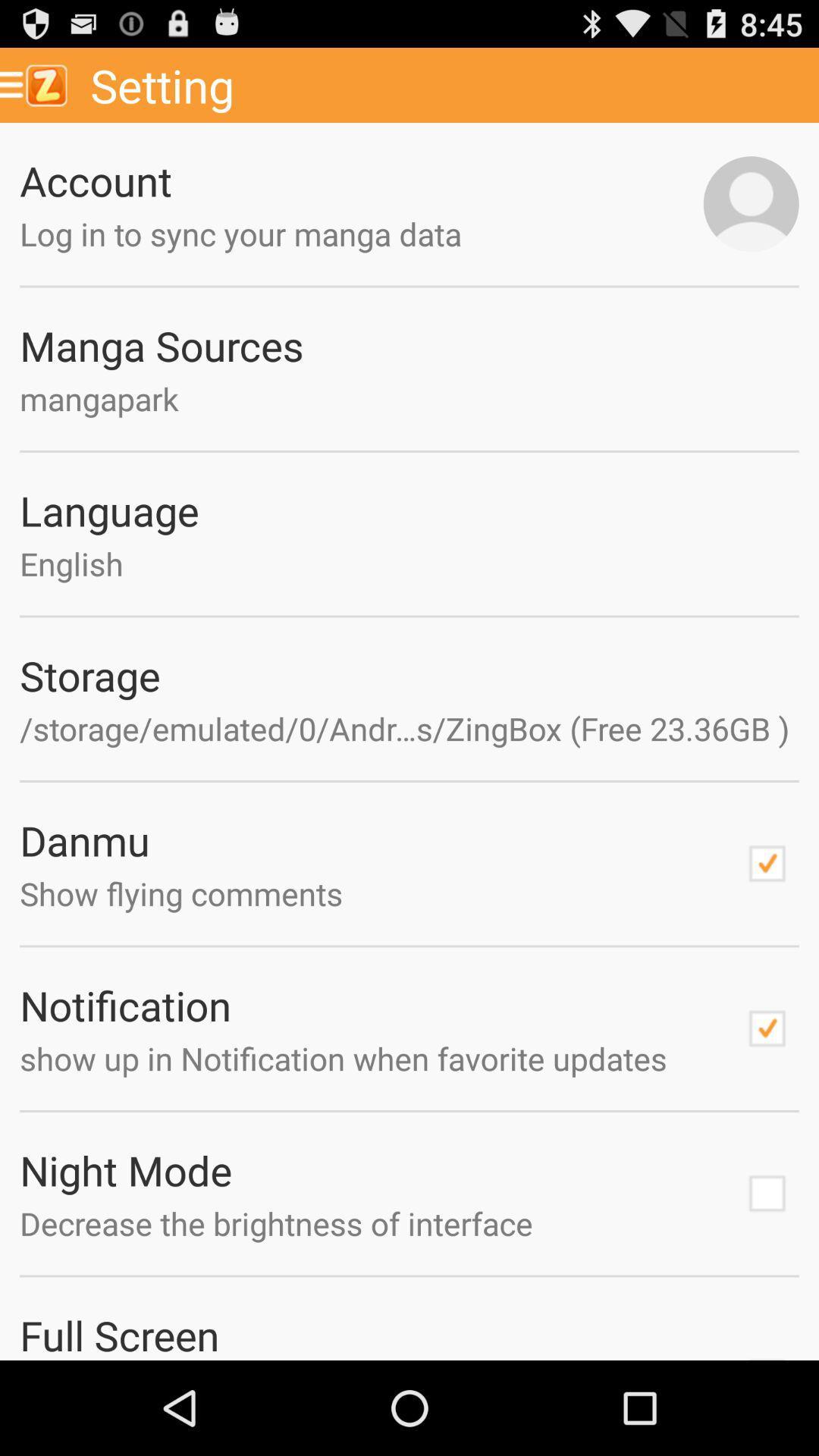  What do you see at coordinates (767, 864) in the screenshot?
I see `switch show flying comments check box` at bounding box center [767, 864].